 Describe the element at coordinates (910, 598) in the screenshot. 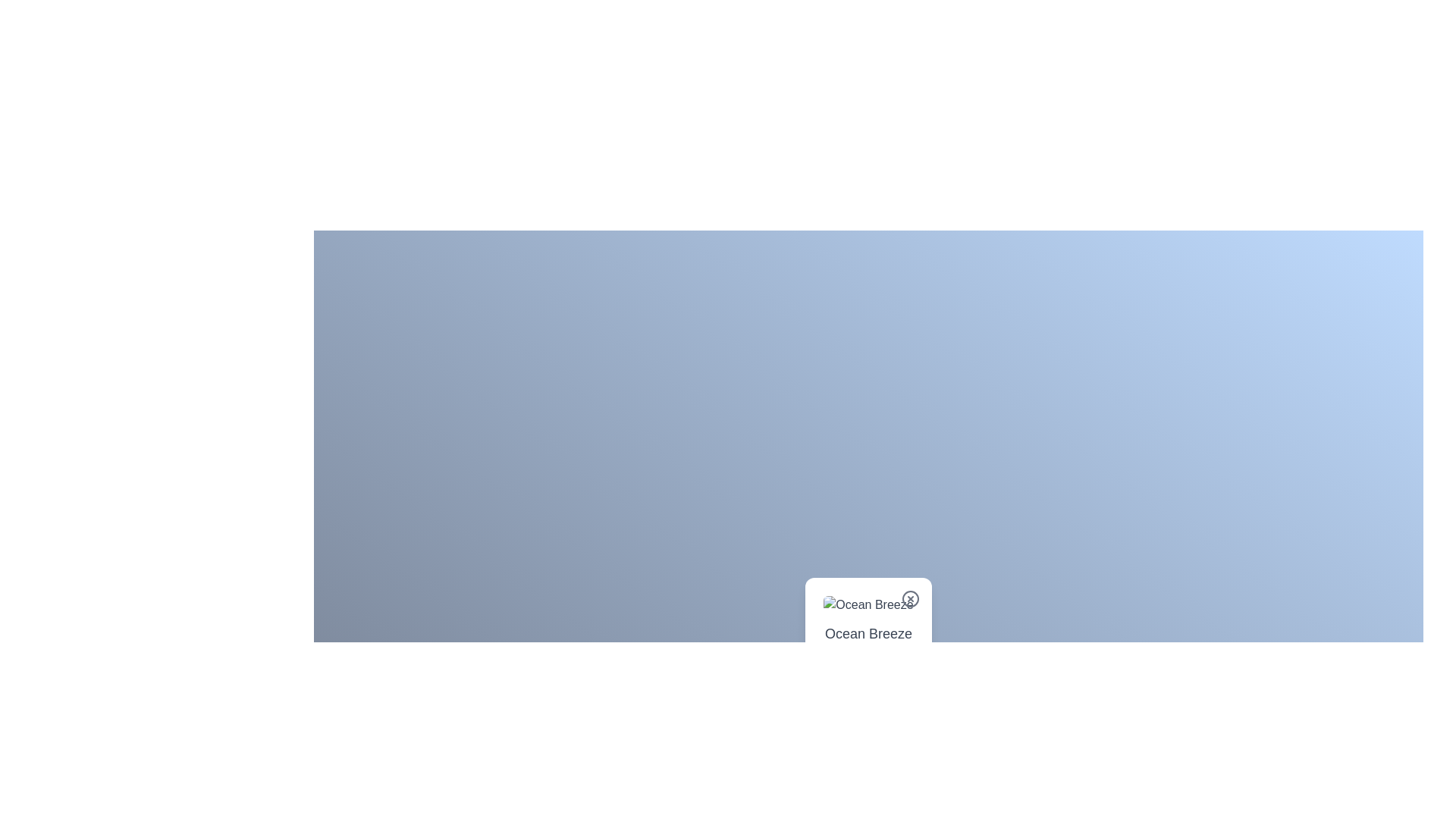

I see `the close button in the top-right corner of the 'Ocean Breeze' card to change its color to red` at that location.